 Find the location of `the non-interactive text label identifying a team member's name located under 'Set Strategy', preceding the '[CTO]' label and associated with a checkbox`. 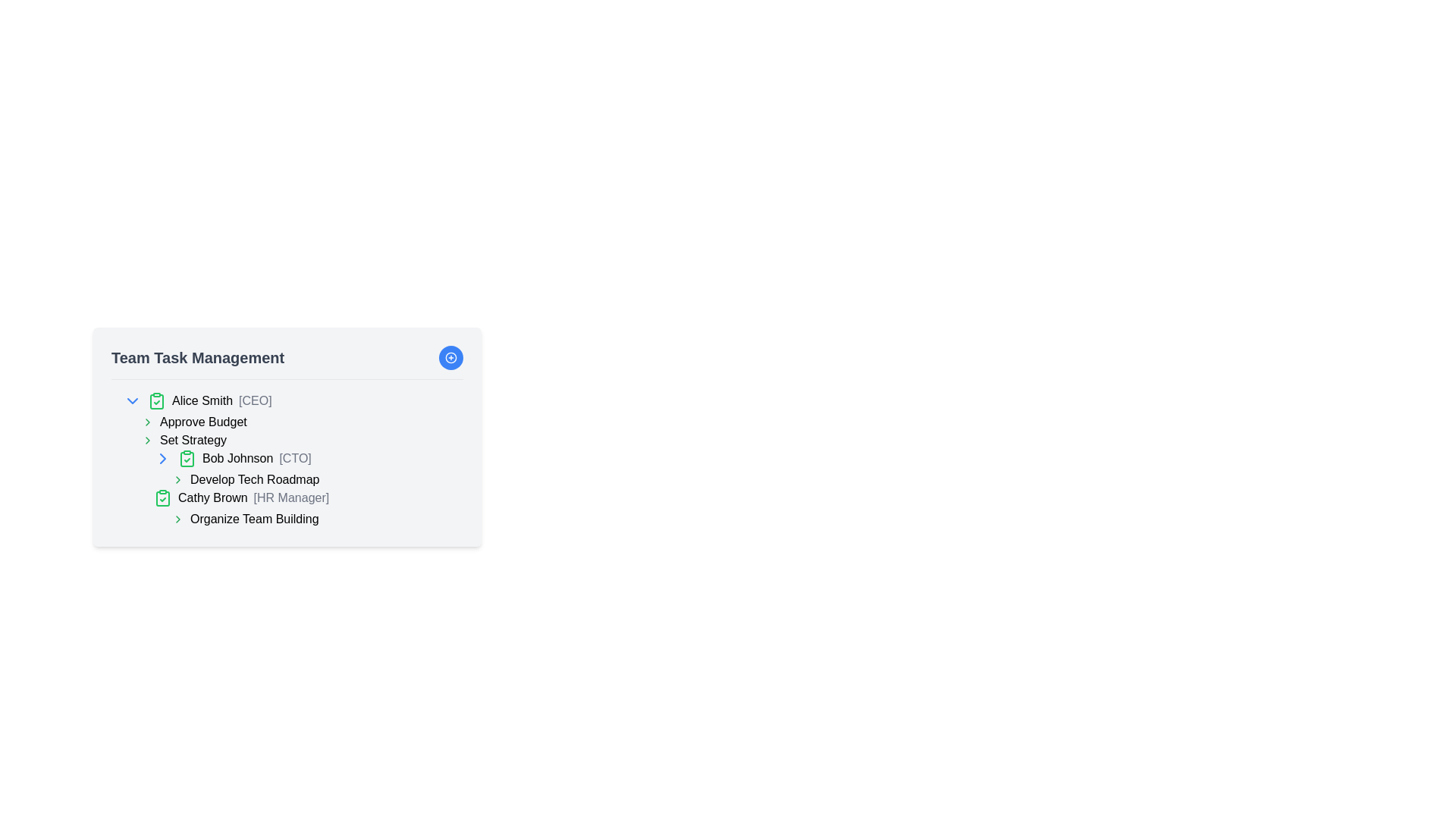

the non-interactive text label identifying a team member's name located under 'Set Strategy', preceding the '[CTO]' label and associated with a checkbox is located at coordinates (237, 457).